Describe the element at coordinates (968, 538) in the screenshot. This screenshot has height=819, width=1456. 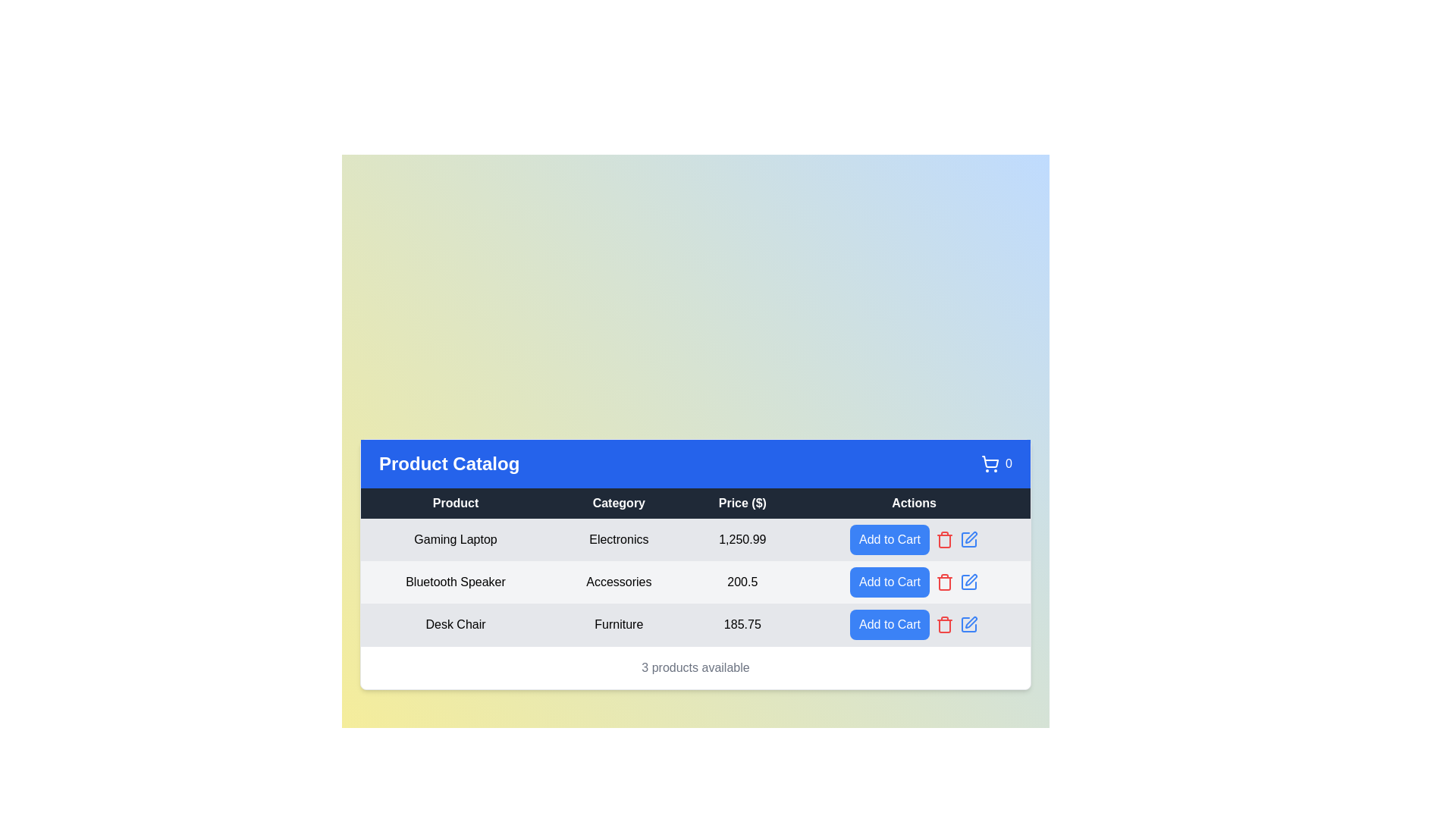
I see `the 'Edit' icon located in the 'Actions' column of the first row in the product table` at that location.